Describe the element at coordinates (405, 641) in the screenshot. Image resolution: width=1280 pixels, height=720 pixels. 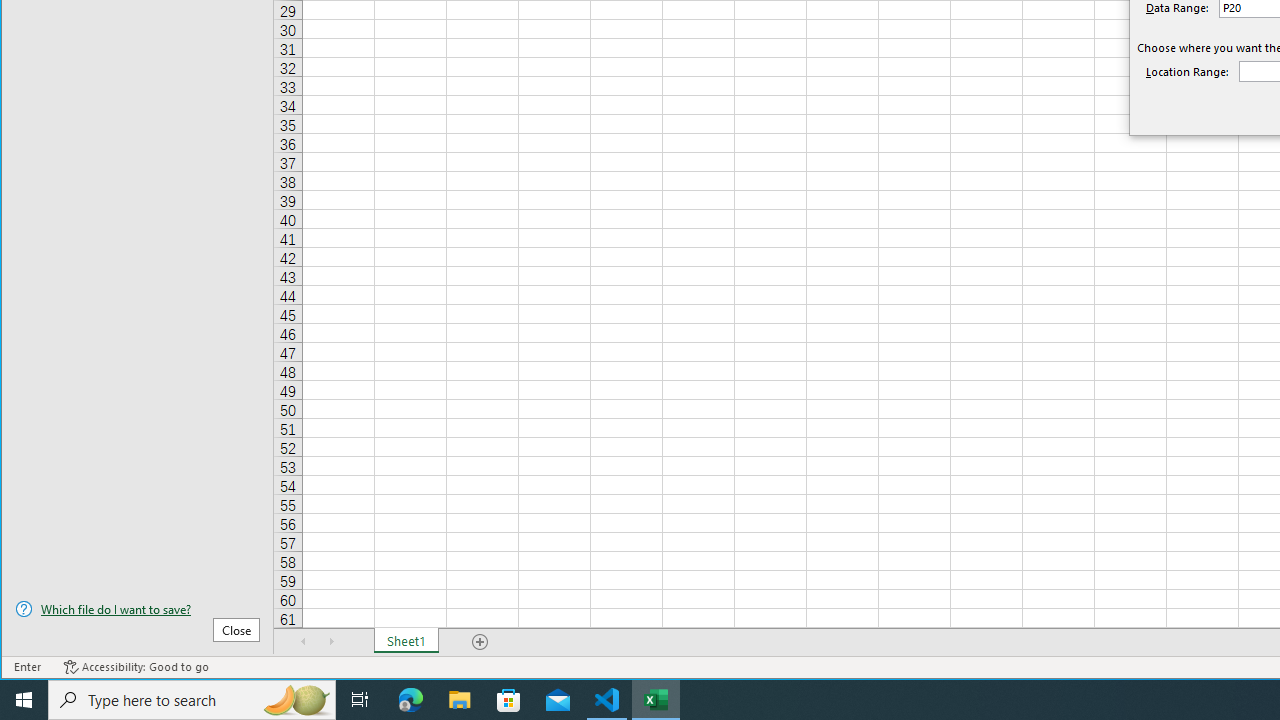
I see `'Sheet1'` at that location.